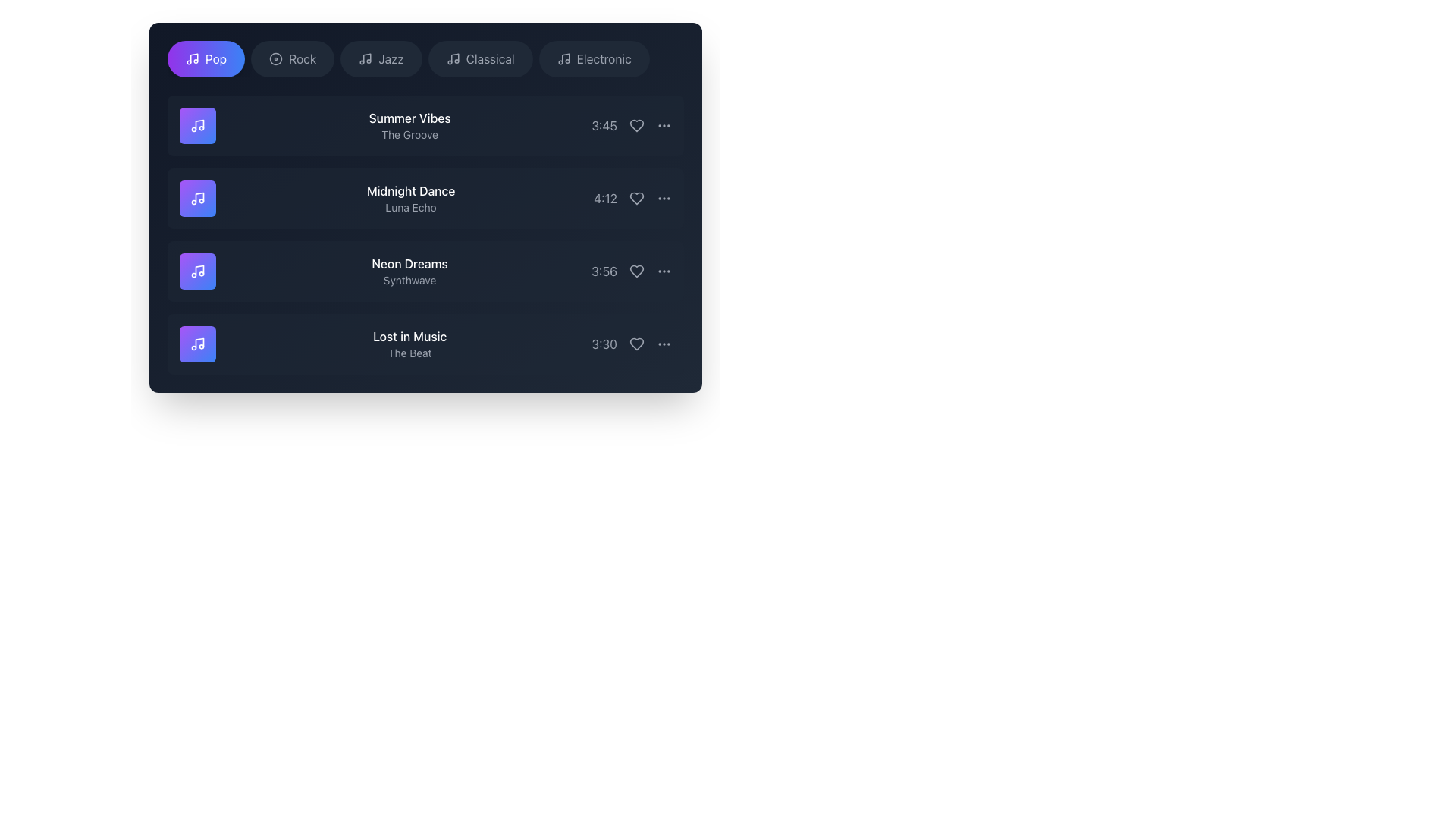 The height and width of the screenshot is (819, 1456). What do you see at coordinates (303, 58) in the screenshot?
I see `the text label displaying 'Rock'` at bounding box center [303, 58].